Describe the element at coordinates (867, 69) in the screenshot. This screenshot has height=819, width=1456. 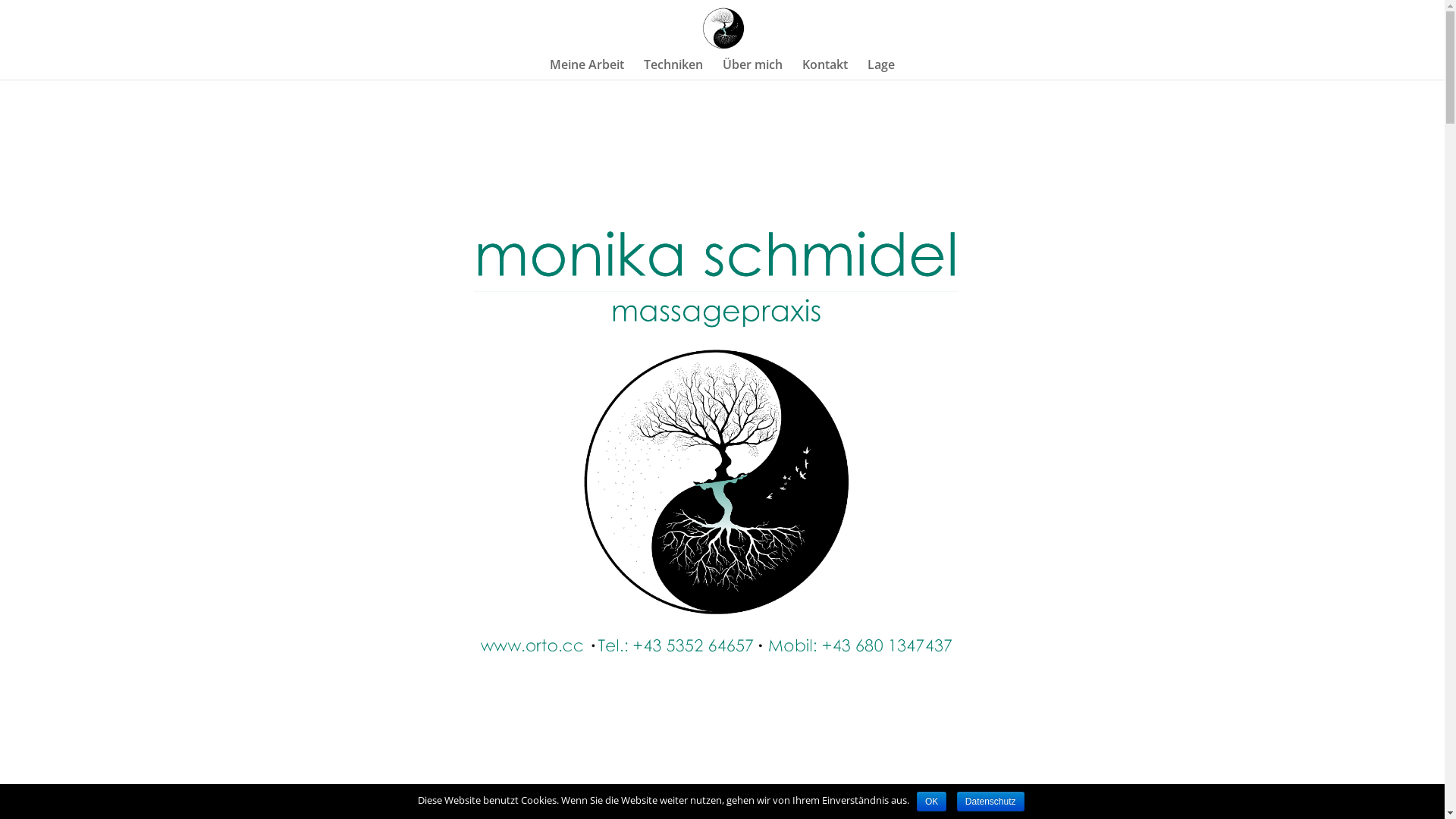
I see `'Lage'` at that location.